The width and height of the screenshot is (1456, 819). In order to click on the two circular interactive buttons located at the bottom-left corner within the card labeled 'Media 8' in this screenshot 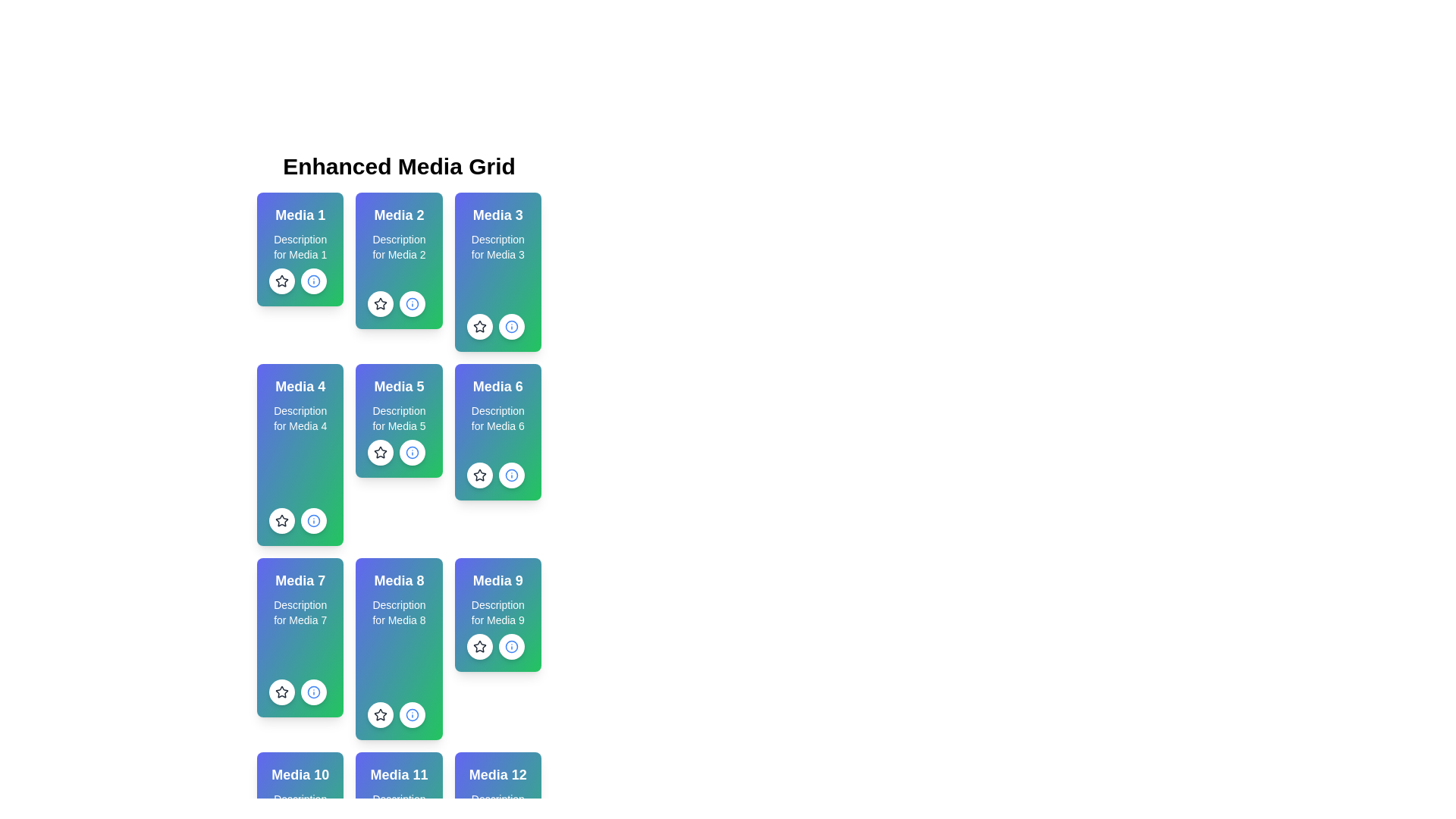, I will do `click(397, 714)`.